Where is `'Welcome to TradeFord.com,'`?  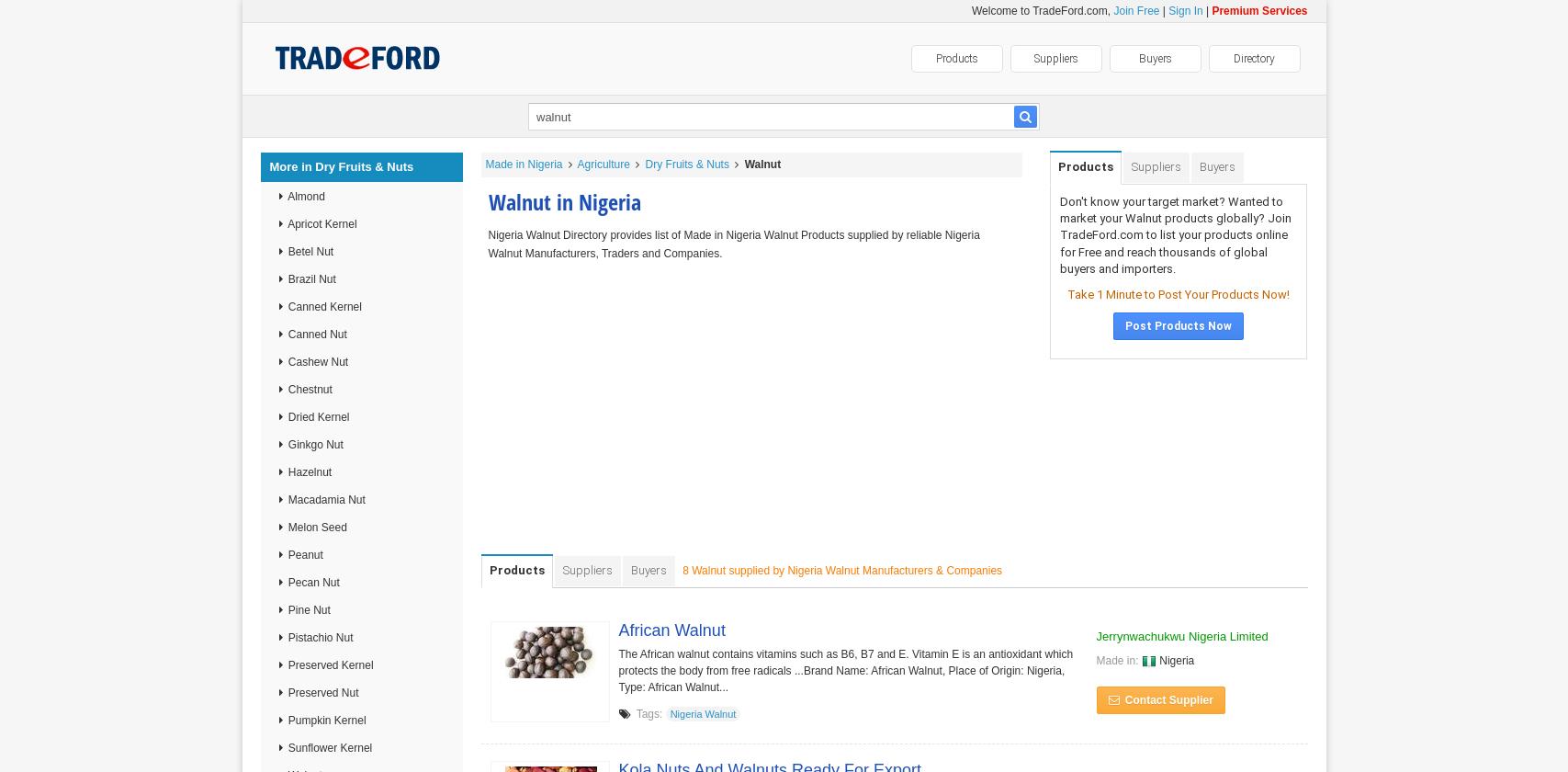
'Welcome to TradeFord.com,' is located at coordinates (1041, 11).